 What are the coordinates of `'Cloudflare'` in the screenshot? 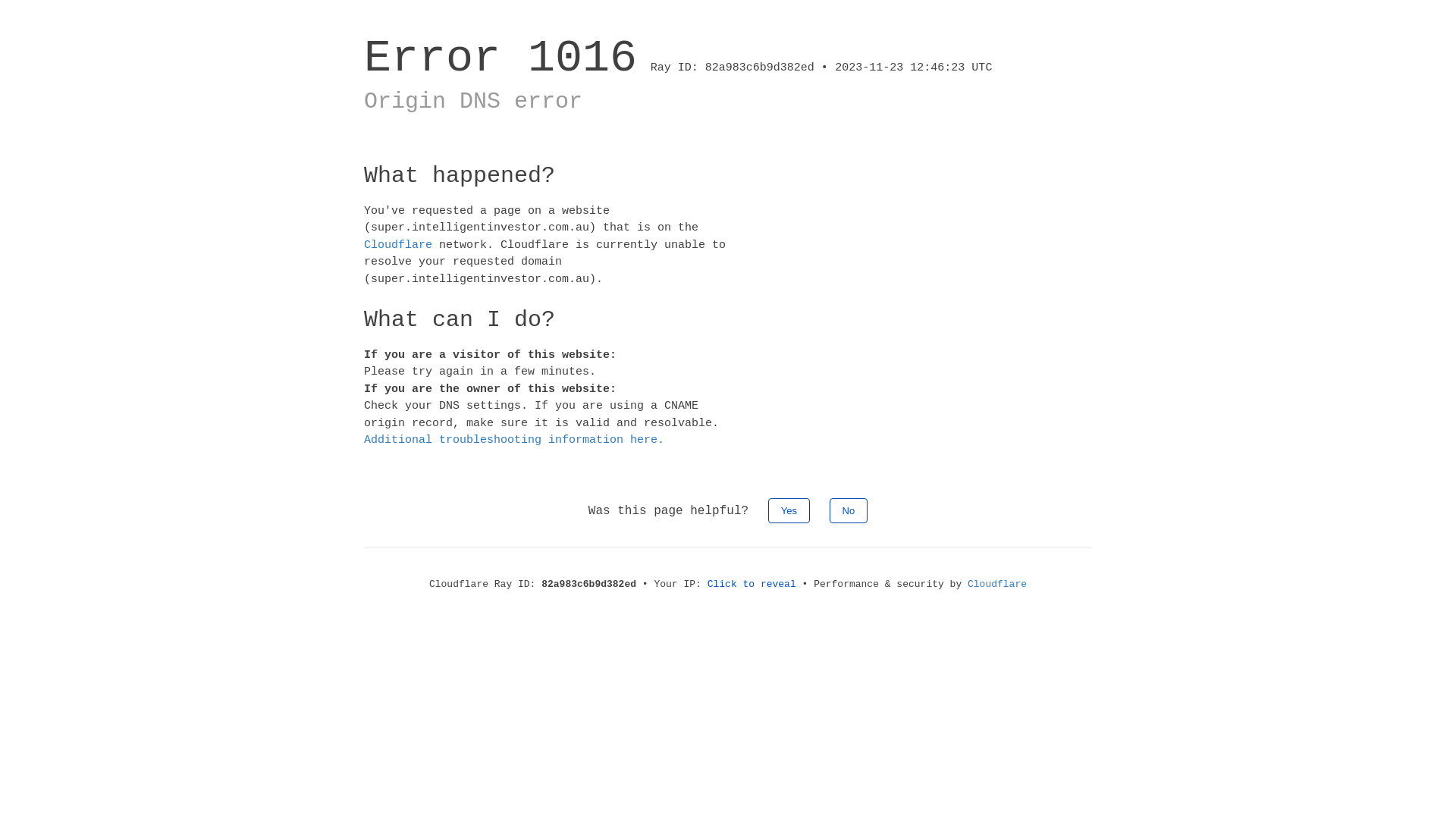 It's located at (997, 582).